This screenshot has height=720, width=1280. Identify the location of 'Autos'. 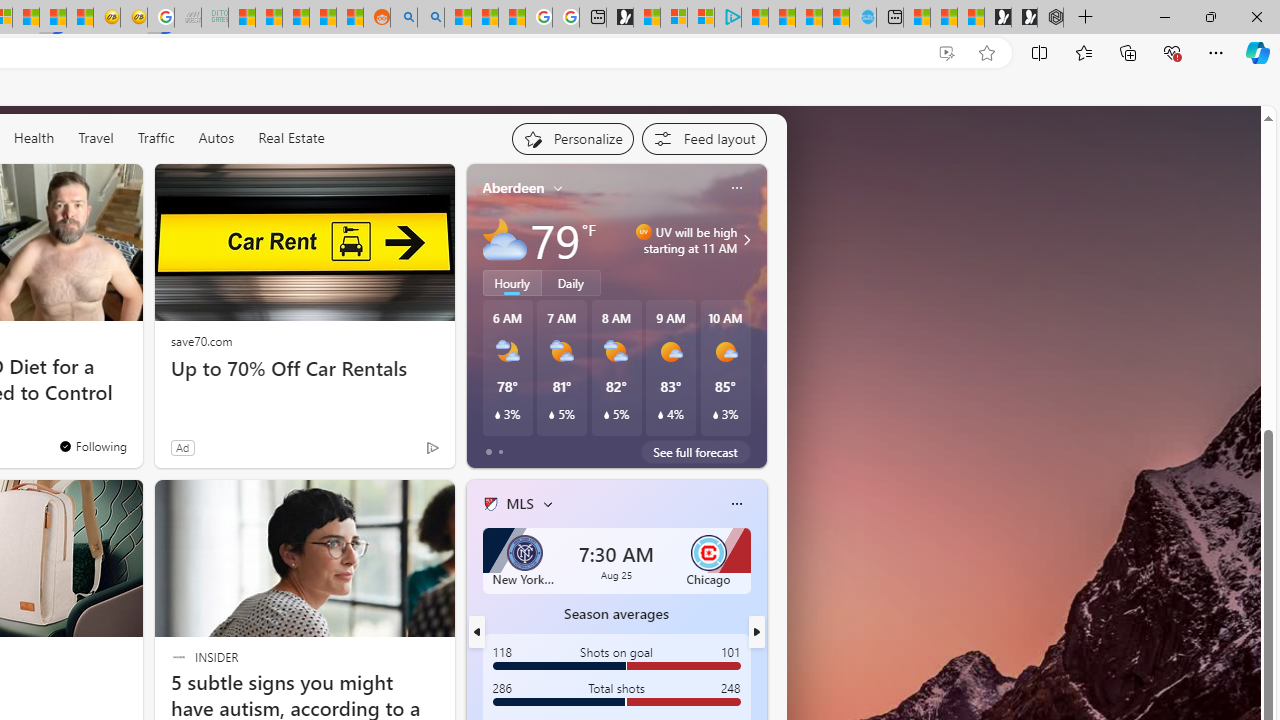
(216, 136).